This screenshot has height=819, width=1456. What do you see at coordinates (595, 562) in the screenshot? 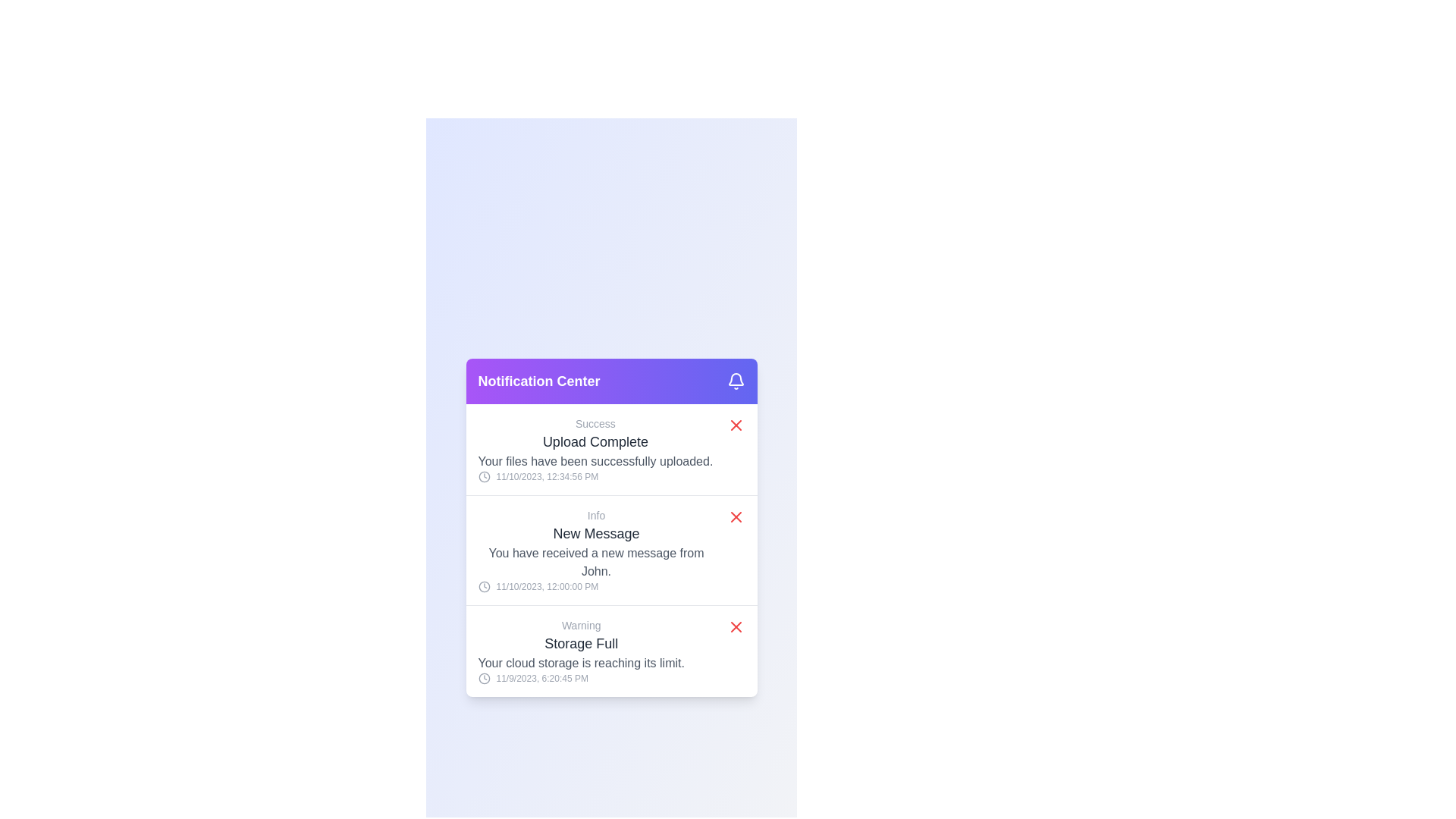
I see `the Text Display that informs the user about a recent activity, specifically a new message from John, located beneath the title 'New Message'` at bounding box center [595, 562].